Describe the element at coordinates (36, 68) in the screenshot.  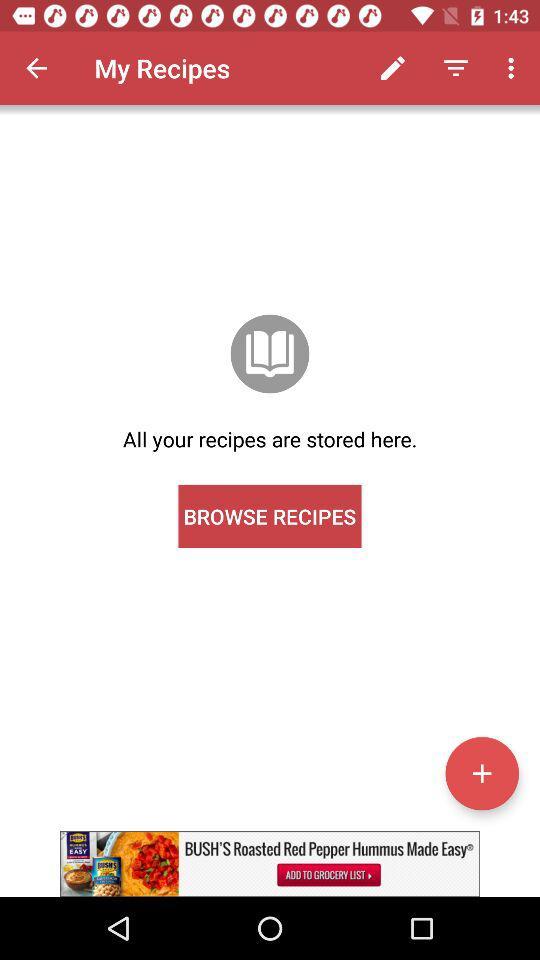
I see `go back` at that location.